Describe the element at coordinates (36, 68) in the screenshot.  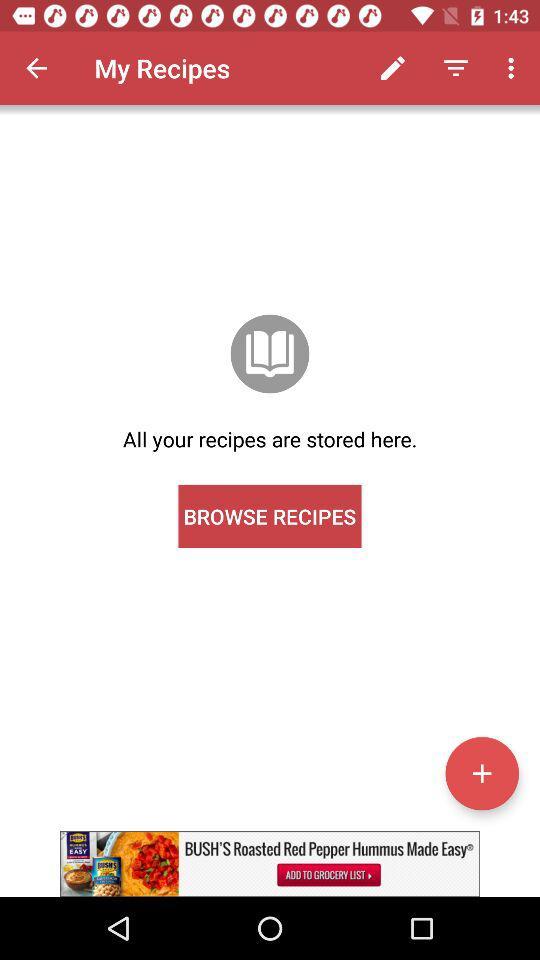
I see `go back` at that location.